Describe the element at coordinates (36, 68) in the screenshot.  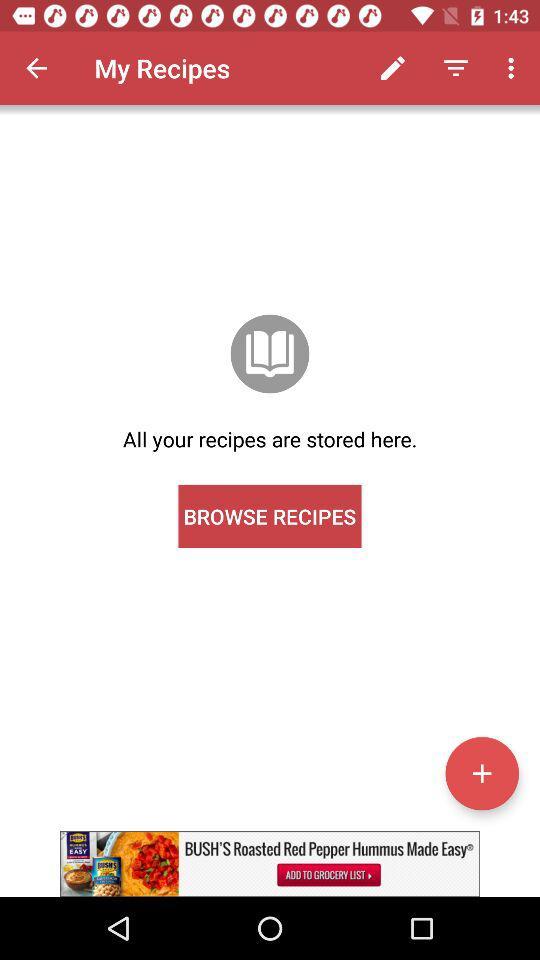
I see `go back` at that location.